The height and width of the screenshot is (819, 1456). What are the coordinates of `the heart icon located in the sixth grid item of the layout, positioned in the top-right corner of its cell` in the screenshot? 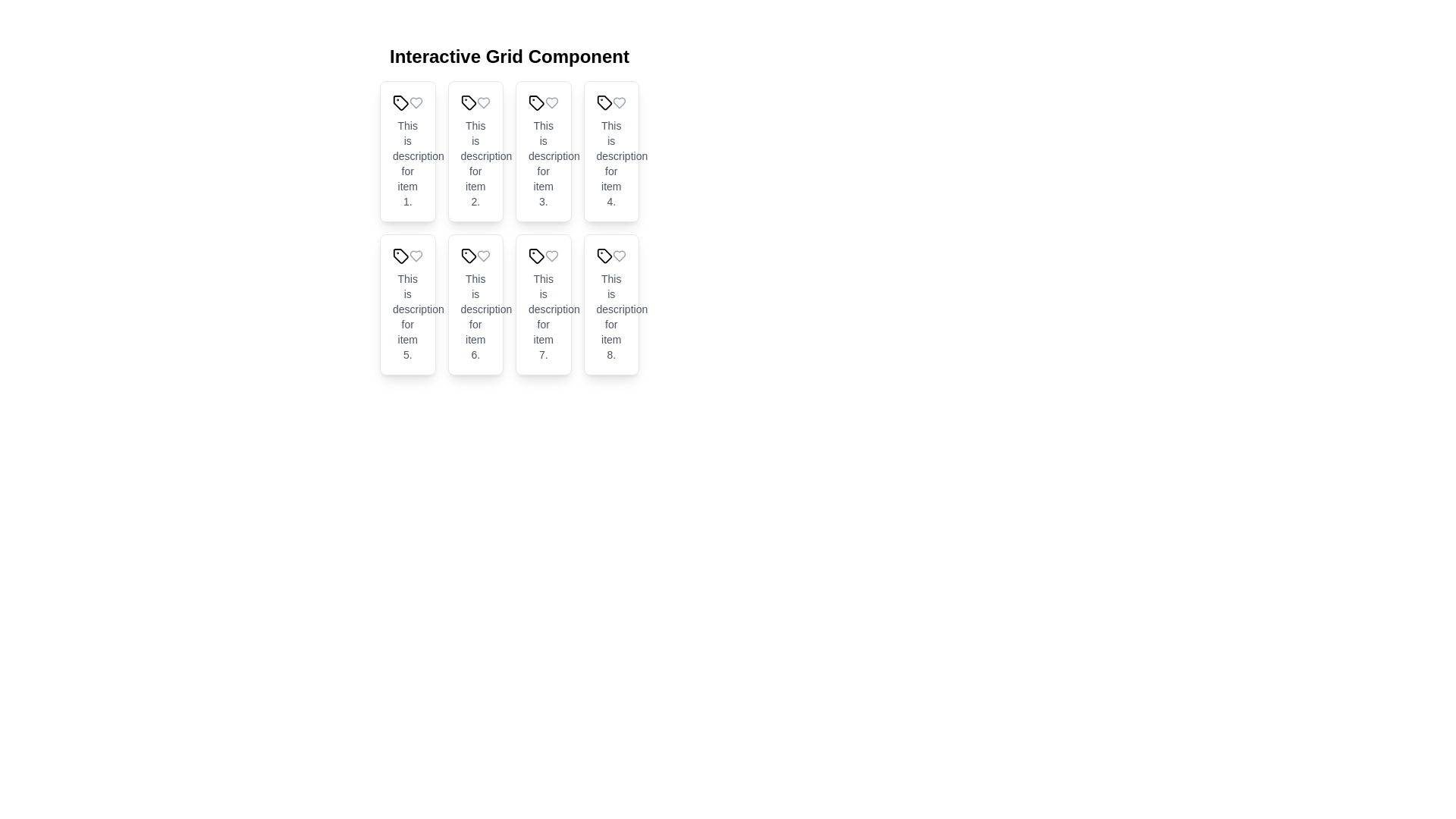 It's located at (483, 256).